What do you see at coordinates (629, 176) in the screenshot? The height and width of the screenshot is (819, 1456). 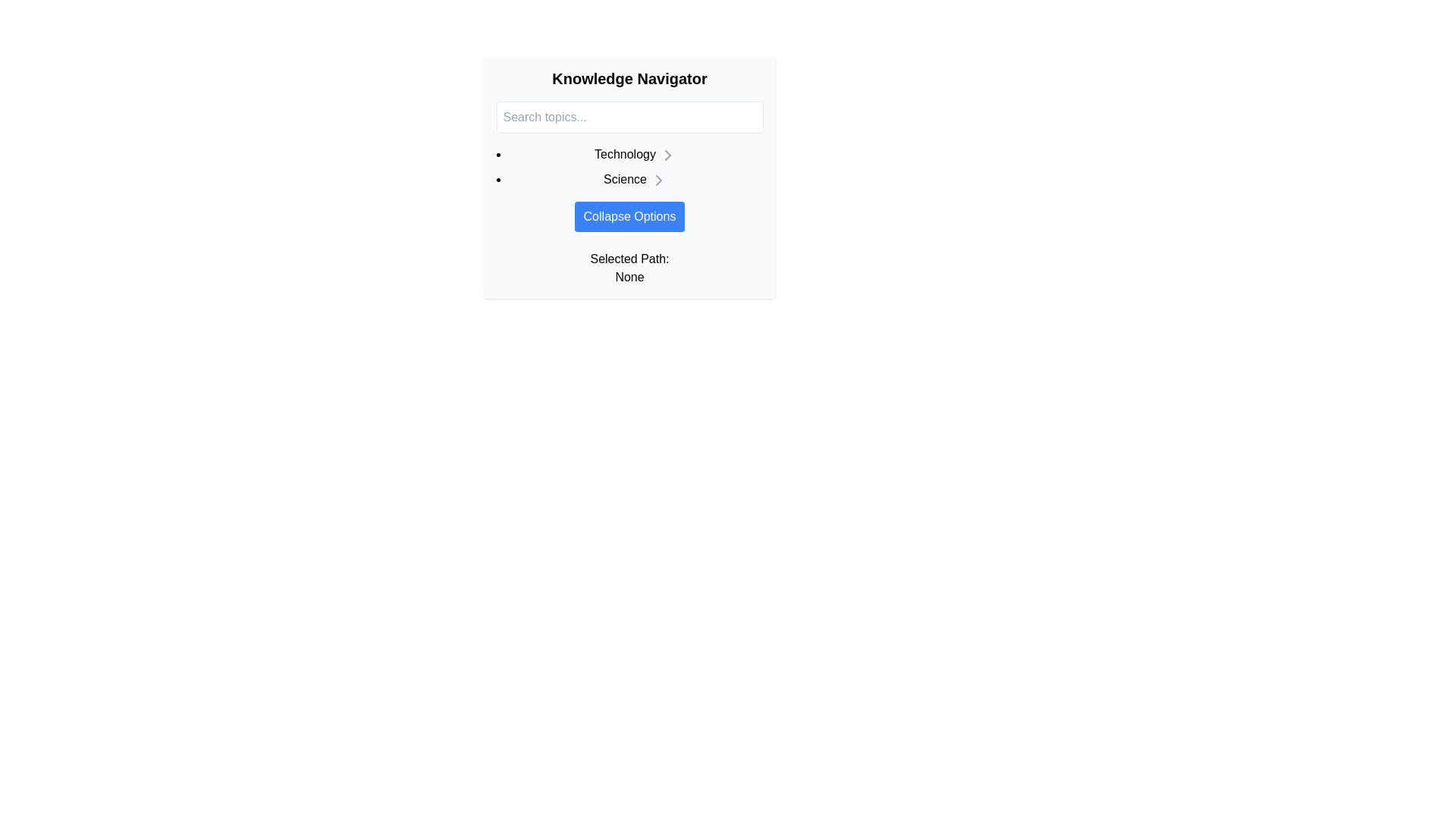 I see `the 'Science' text link located within the 'Knowledge Navigator' section, which is the second clickable term in the list under the search bar` at bounding box center [629, 176].